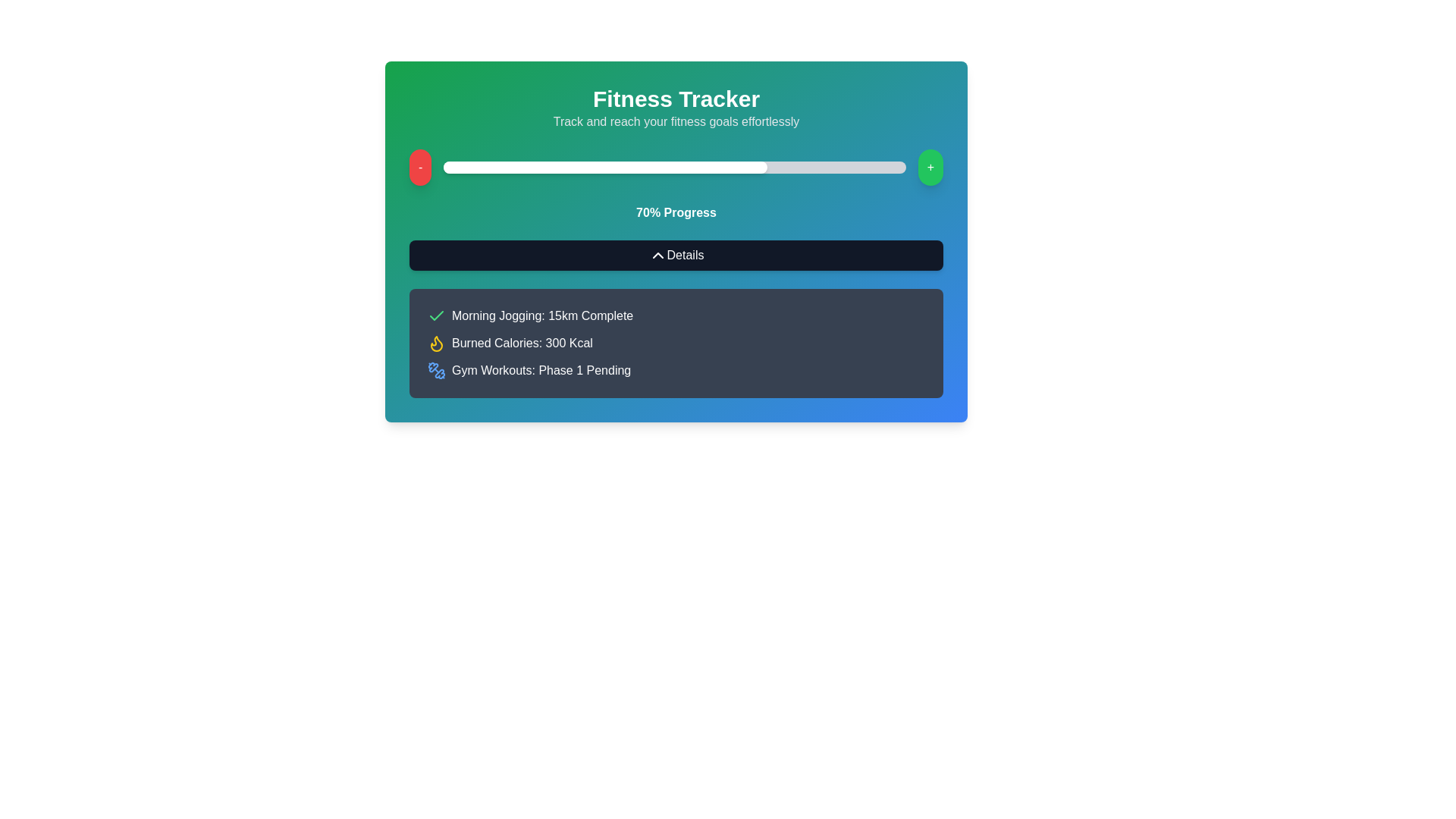 This screenshot has width=1456, height=819. I want to click on progress, so click(786, 167).